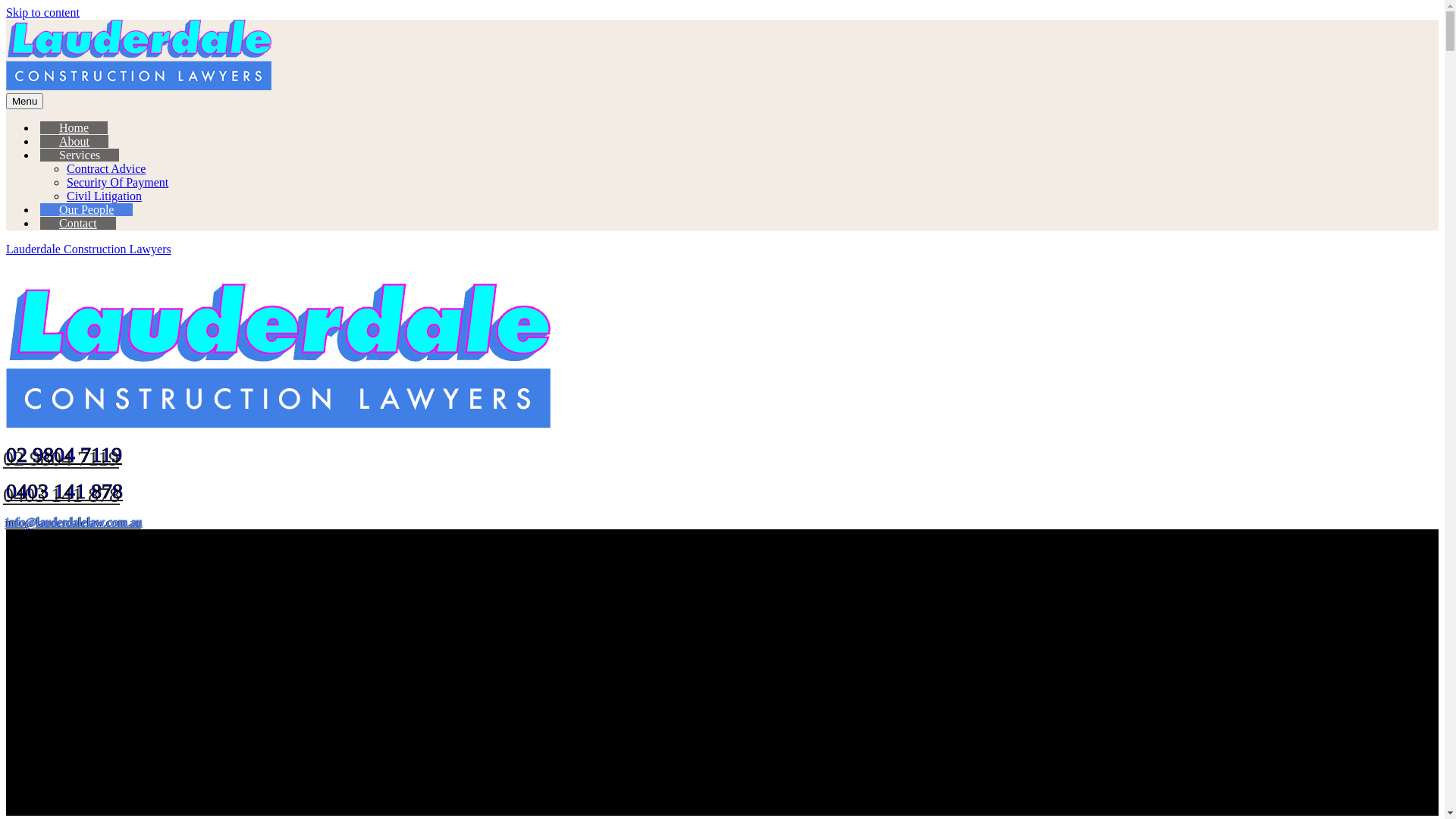 This screenshot has width=1456, height=819. Describe the element at coordinates (65, 168) in the screenshot. I see `'Contract Advice'` at that location.